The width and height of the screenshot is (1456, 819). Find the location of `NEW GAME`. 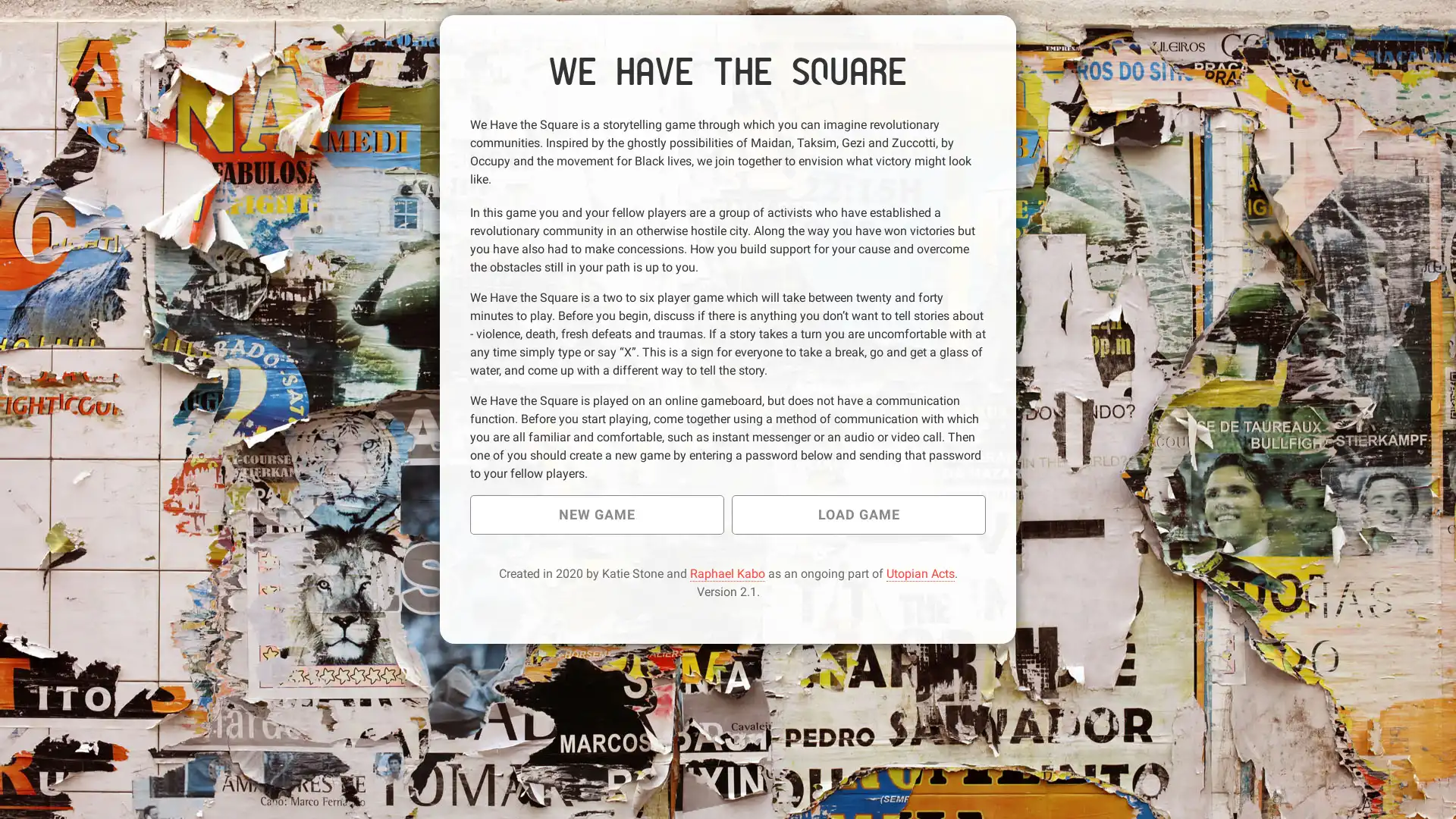

NEW GAME is located at coordinates (596, 513).